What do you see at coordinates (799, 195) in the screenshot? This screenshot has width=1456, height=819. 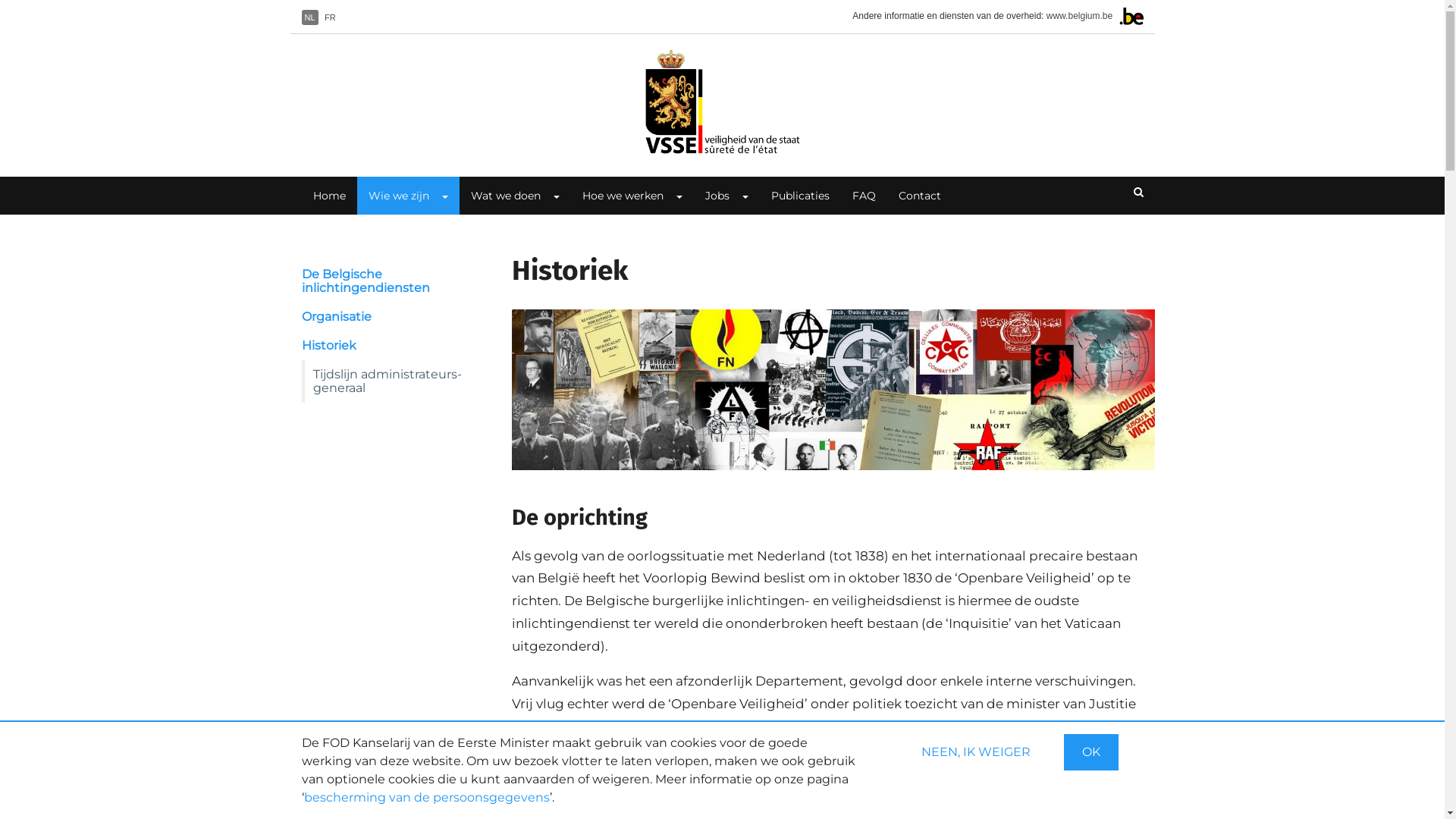 I see `'Publicaties'` at bounding box center [799, 195].